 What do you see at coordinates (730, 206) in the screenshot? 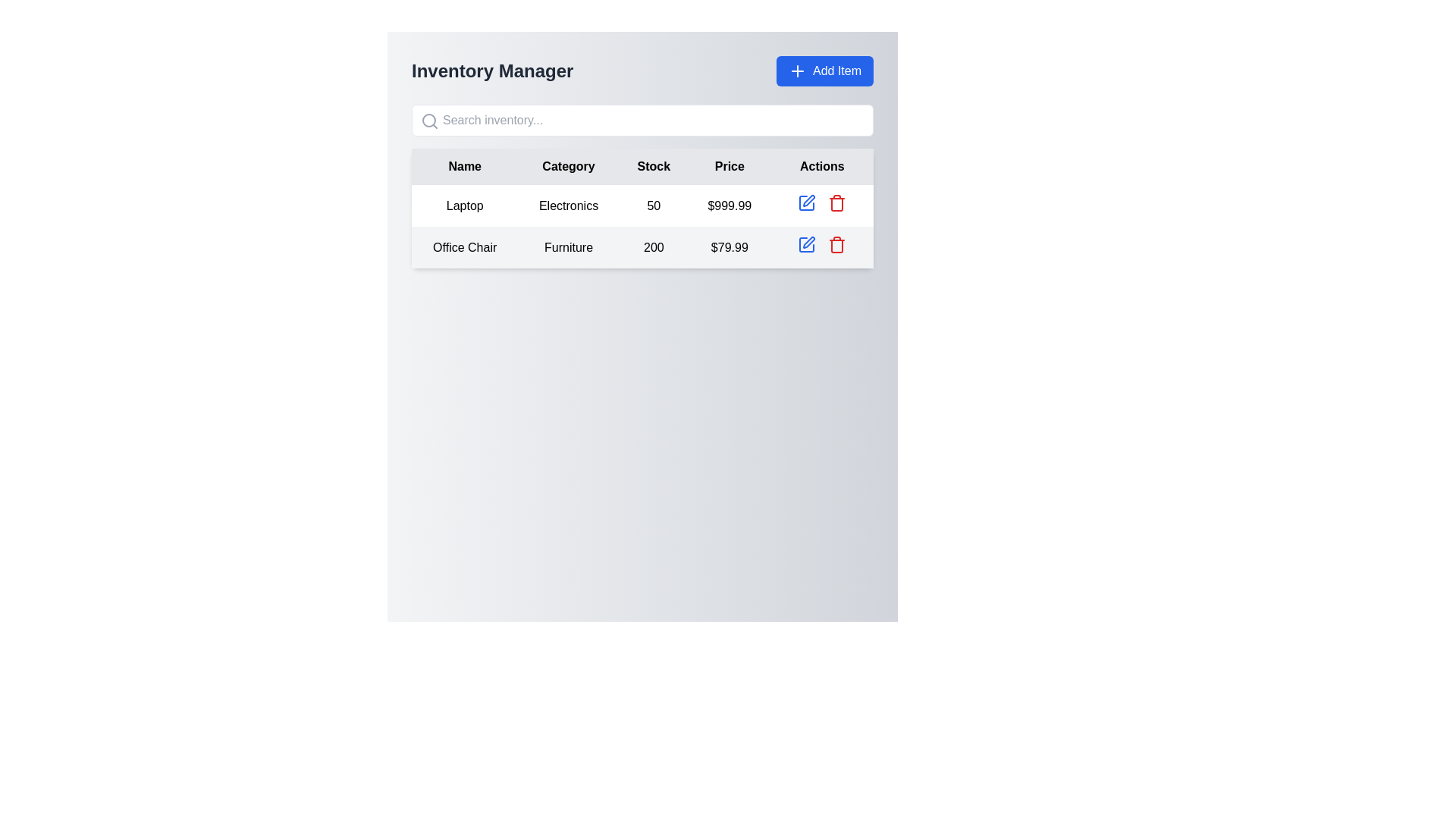
I see `the static text displaying the price '$999.99' which is bold and centrally aligned in the first row under the 'Price' column of the inventory management interface` at bounding box center [730, 206].